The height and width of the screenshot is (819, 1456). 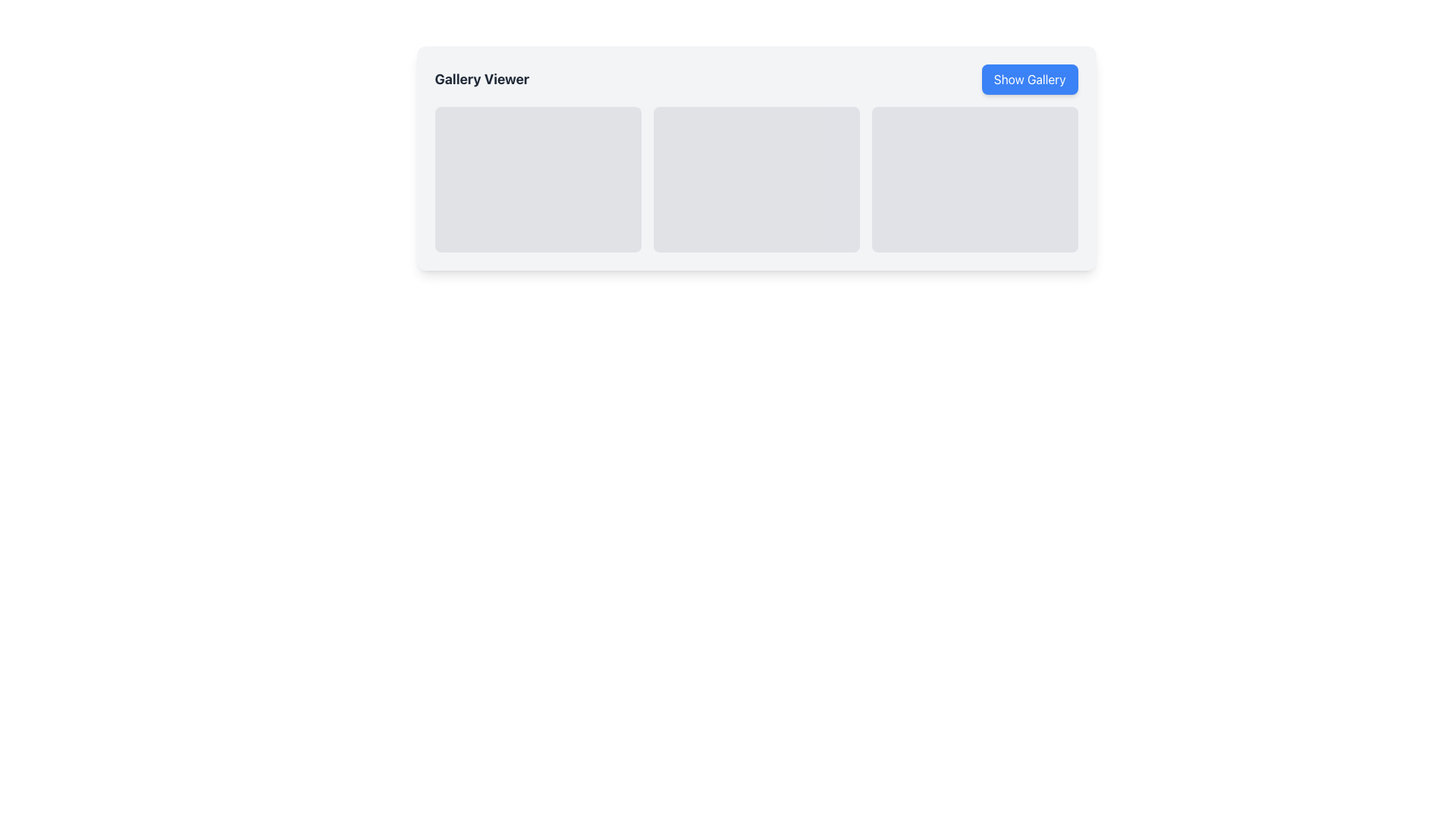 What do you see at coordinates (756, 178) in the screenshot?
I see `the second gray rectangle with rounded corners in the horizontal grid layout` at bounding box center [756, 178].